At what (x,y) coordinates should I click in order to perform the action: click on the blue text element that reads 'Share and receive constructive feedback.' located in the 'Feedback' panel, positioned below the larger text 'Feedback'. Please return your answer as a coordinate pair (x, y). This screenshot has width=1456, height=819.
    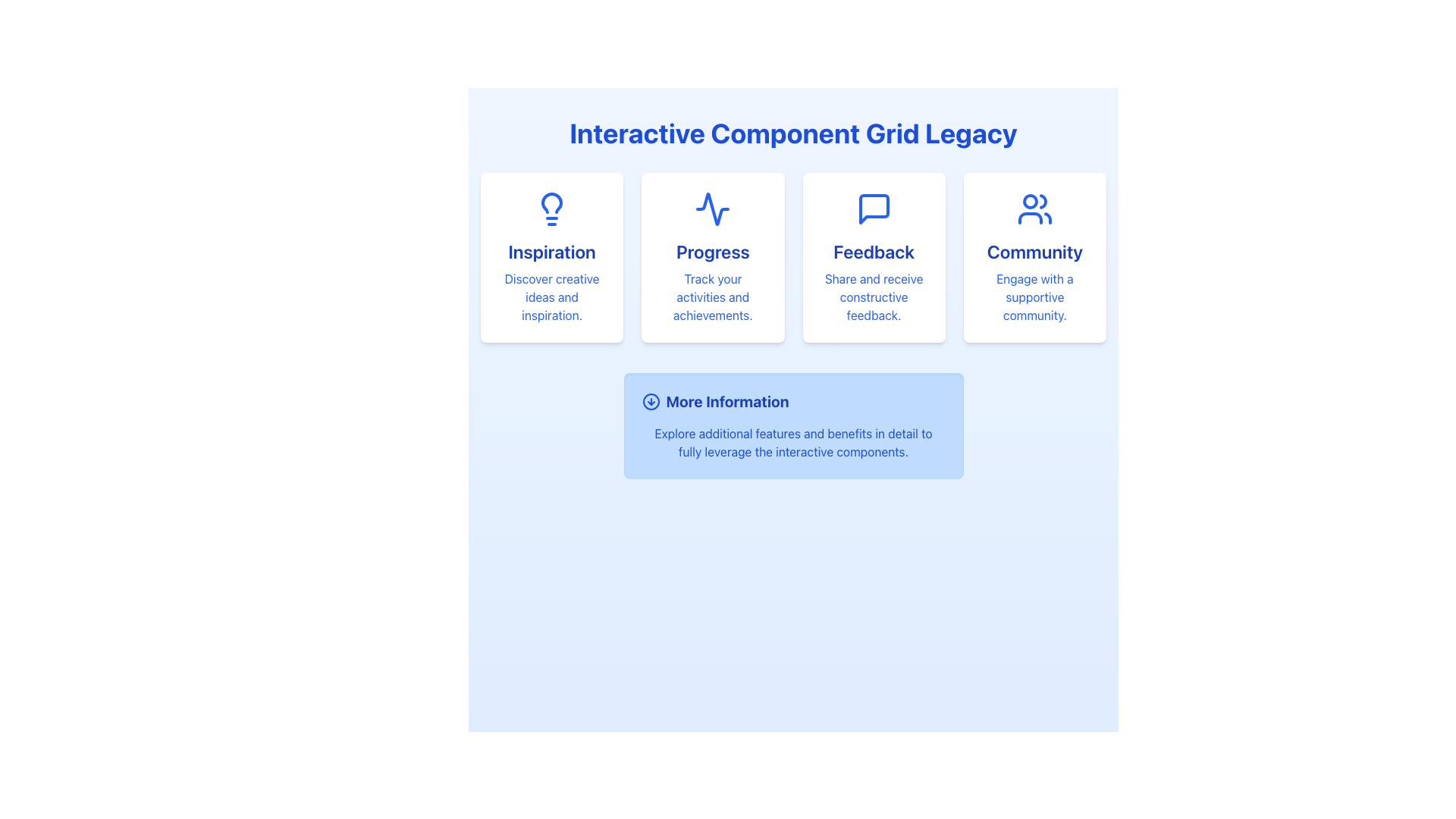
    Looking at the image, I should click on (874, 297).